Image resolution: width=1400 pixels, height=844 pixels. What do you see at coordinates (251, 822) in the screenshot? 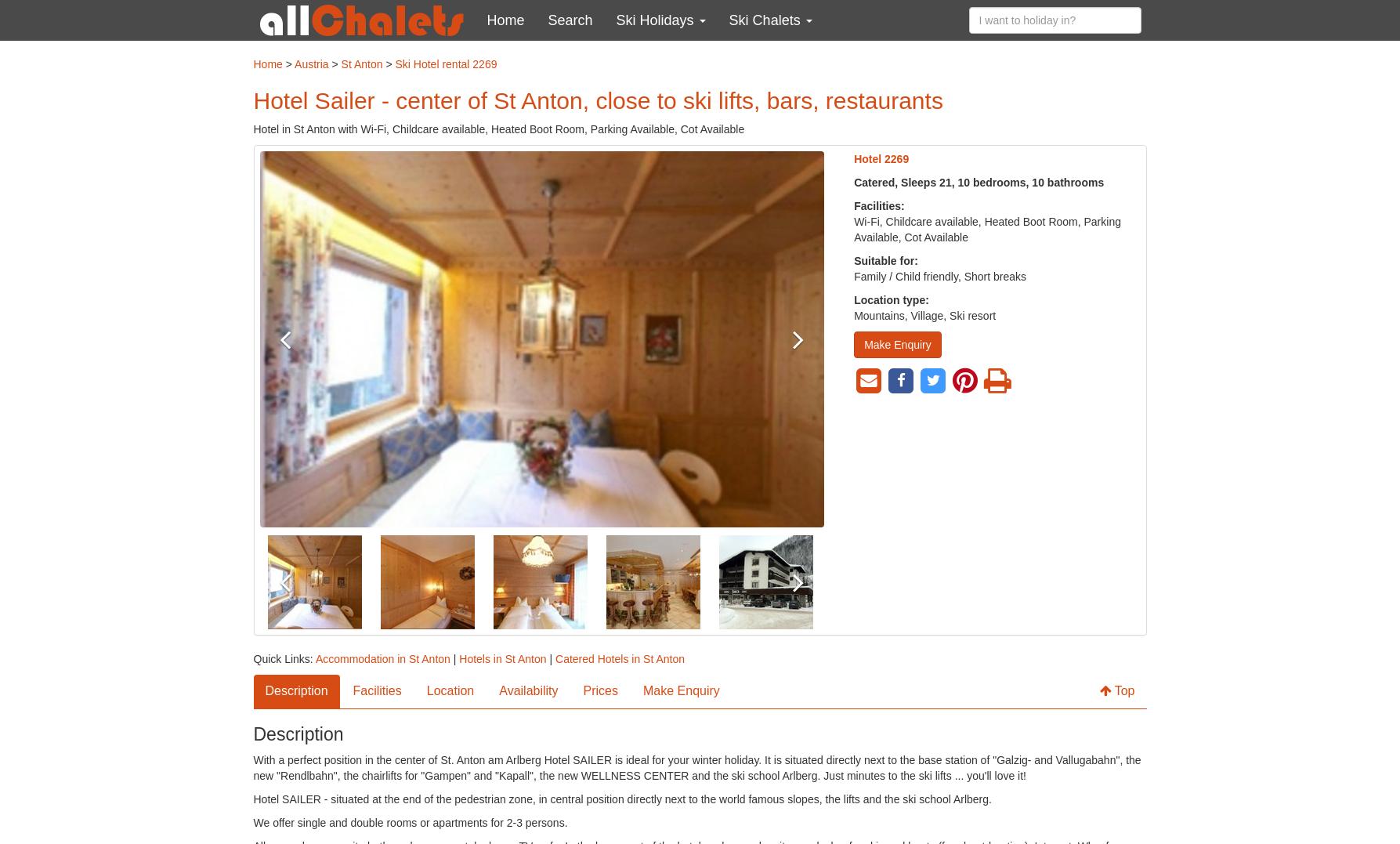
I see `'We offer single and double rooms or apartments for 2-3 persons.'` at bounding box center [251, 822].